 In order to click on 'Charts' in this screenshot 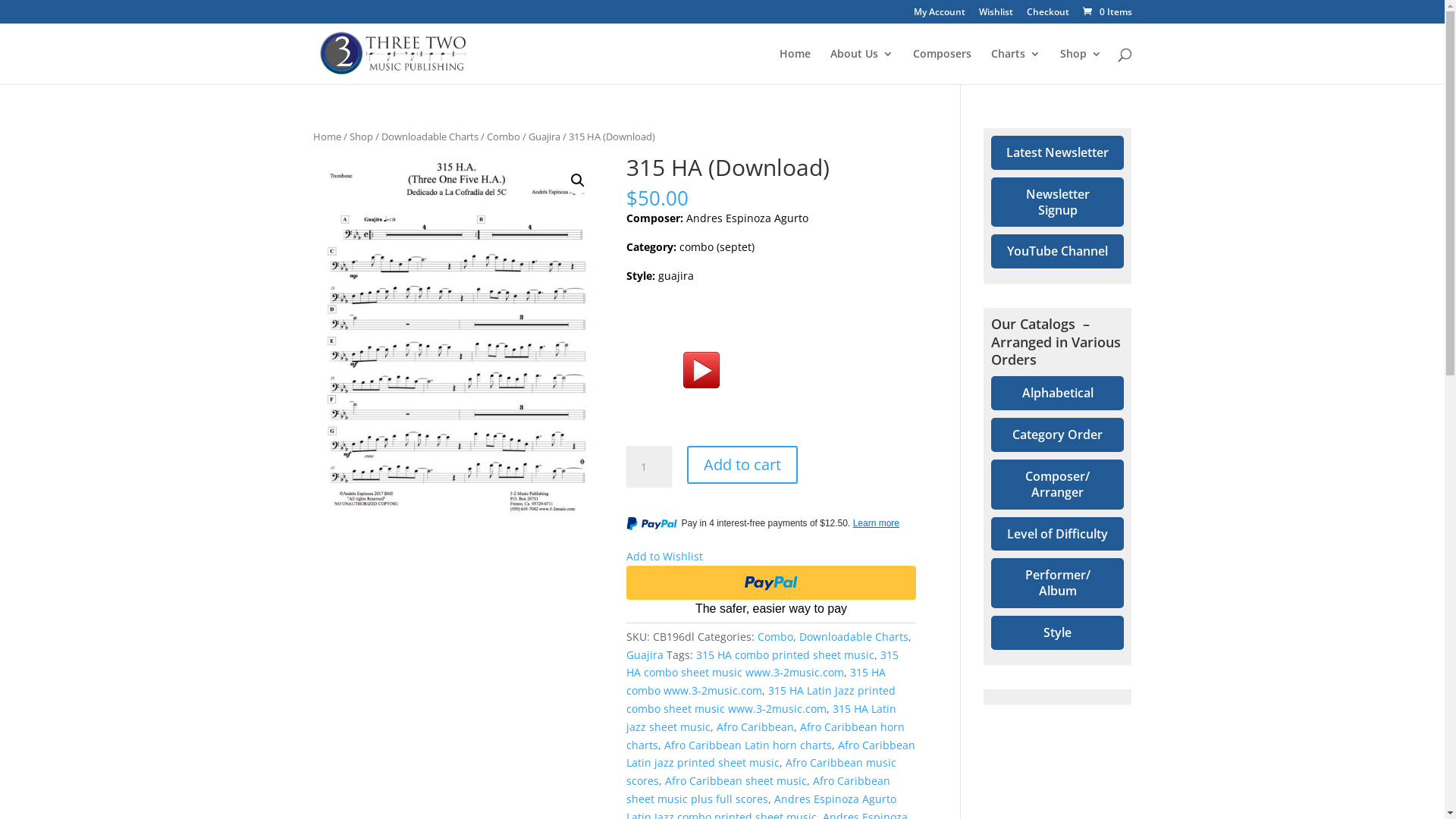, I will do `click(1015, 65)`.